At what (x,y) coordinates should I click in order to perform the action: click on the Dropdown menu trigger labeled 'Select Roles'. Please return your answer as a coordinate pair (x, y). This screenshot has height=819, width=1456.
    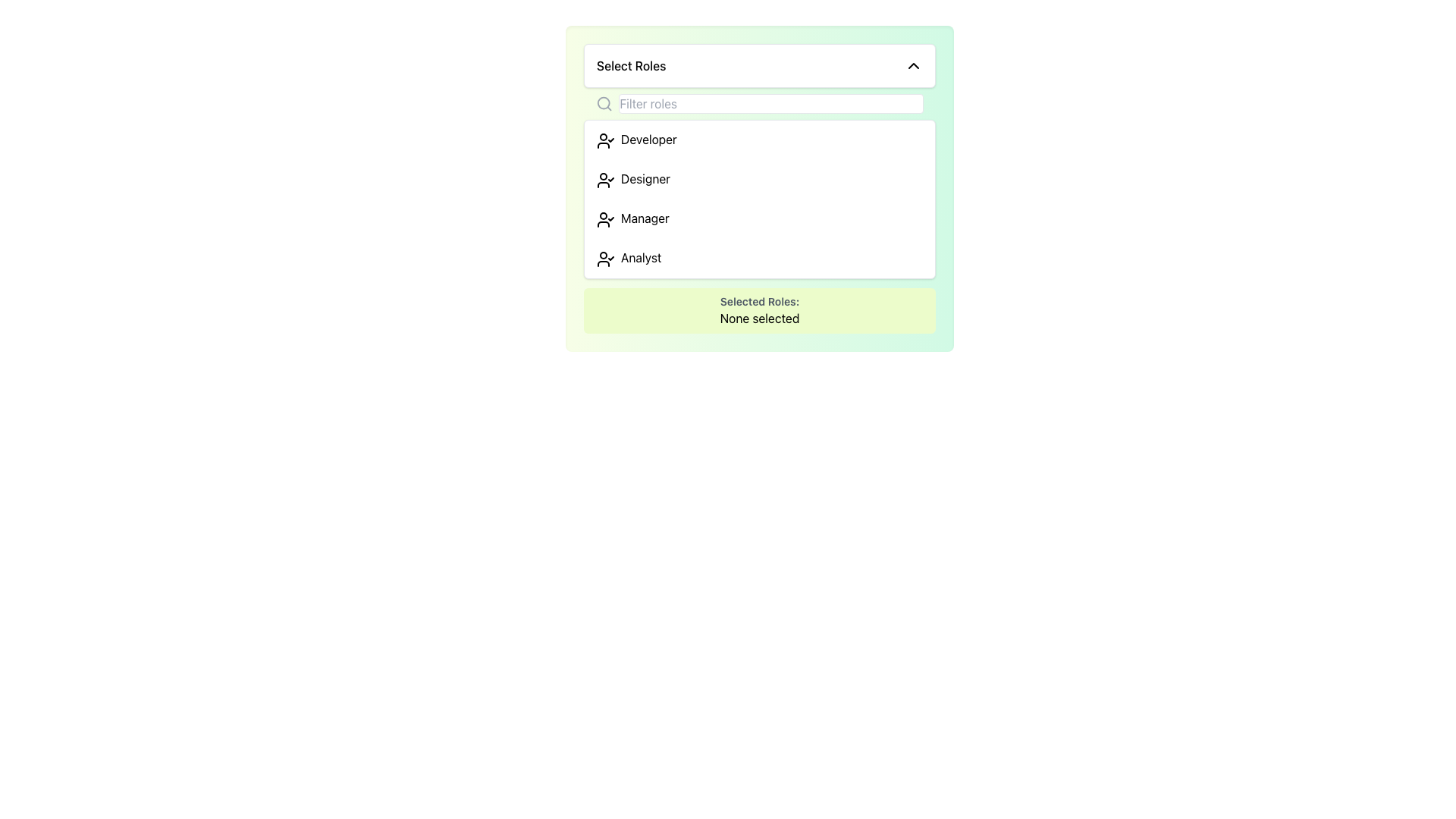
    Looking at the image, I should click on (760, 65).